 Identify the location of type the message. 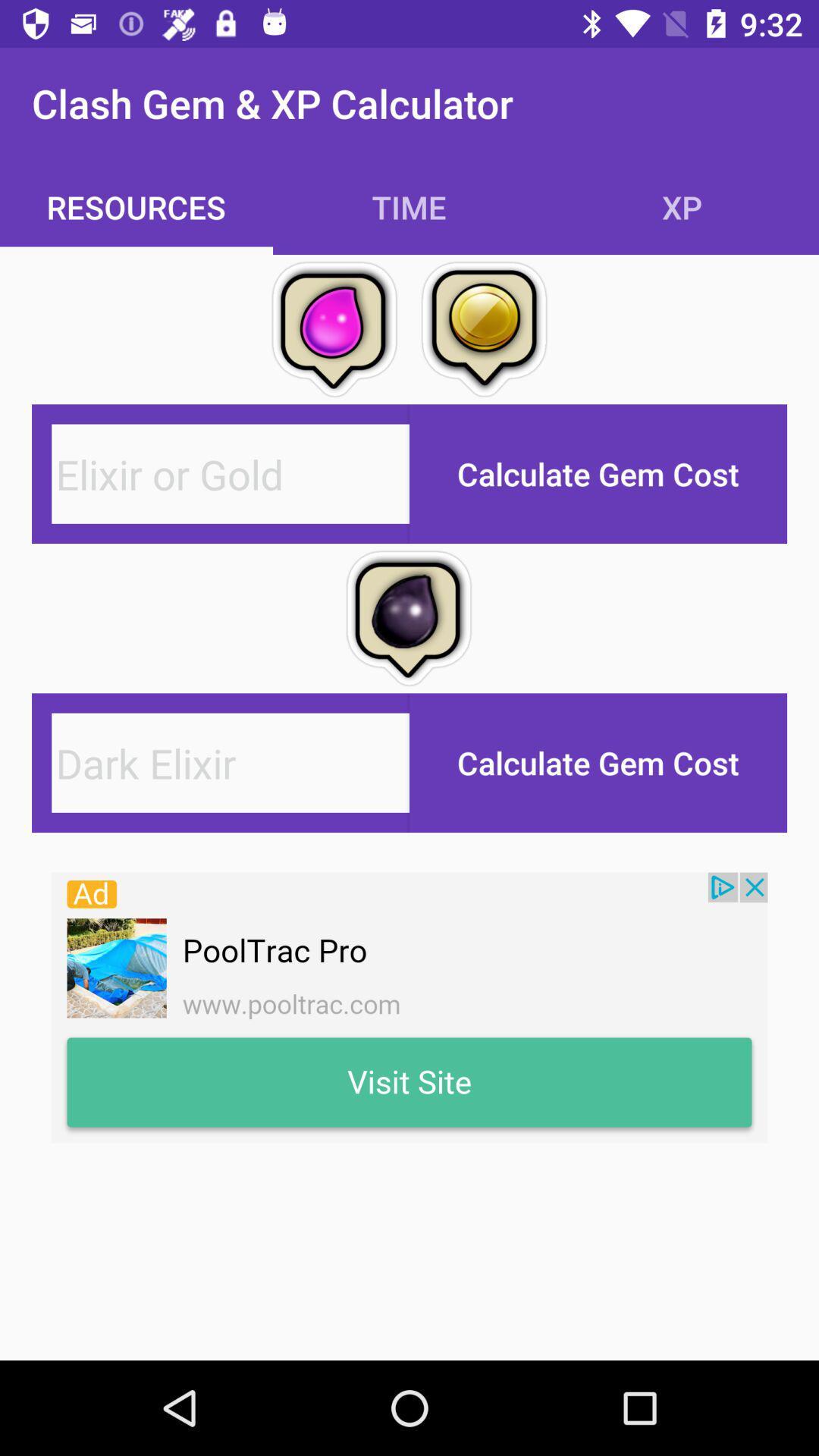
(231, 473).